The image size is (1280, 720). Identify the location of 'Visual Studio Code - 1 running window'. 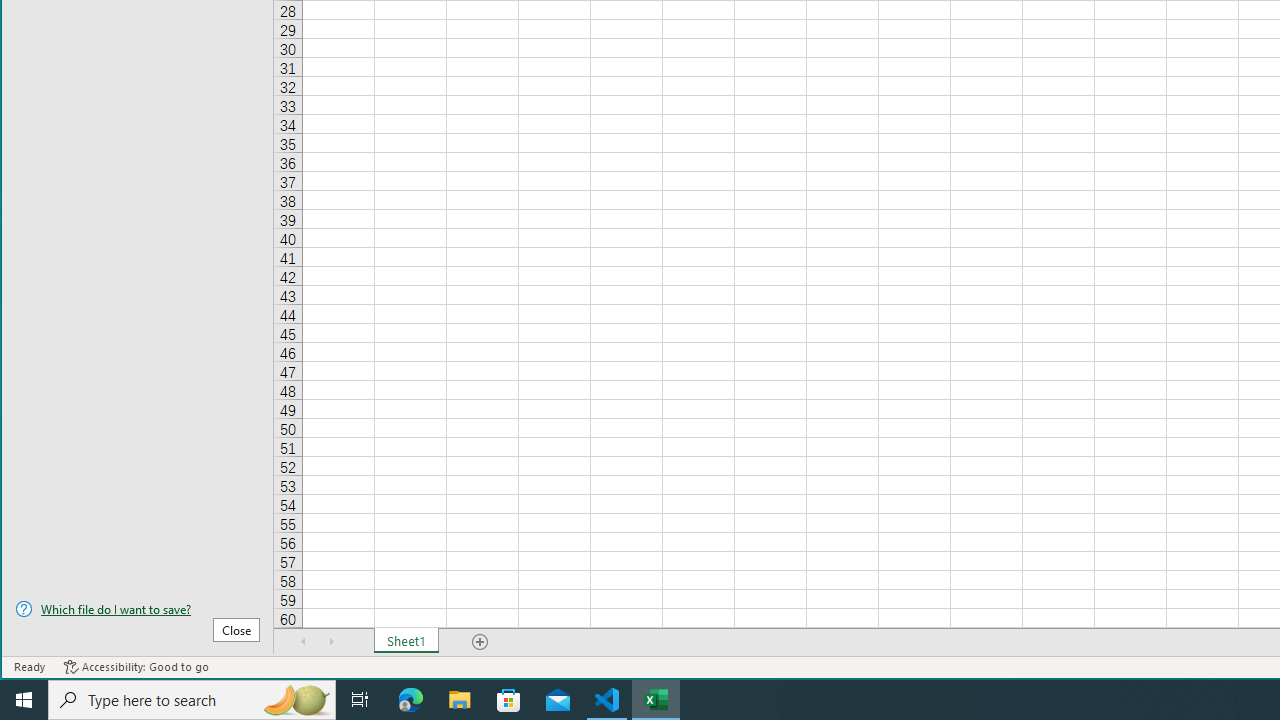
(606, 698).